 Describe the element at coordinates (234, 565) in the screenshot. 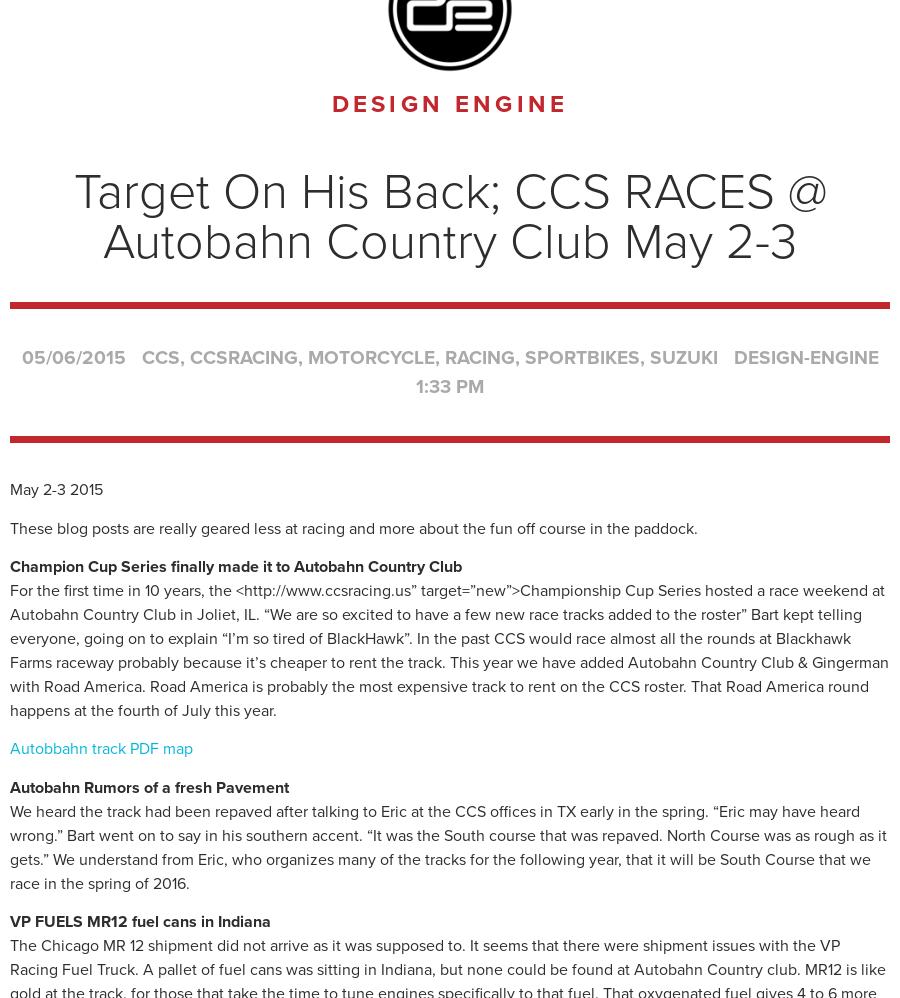

I see `'Champion Cup Series finally made it to Autobahn Country Club'` at that location.